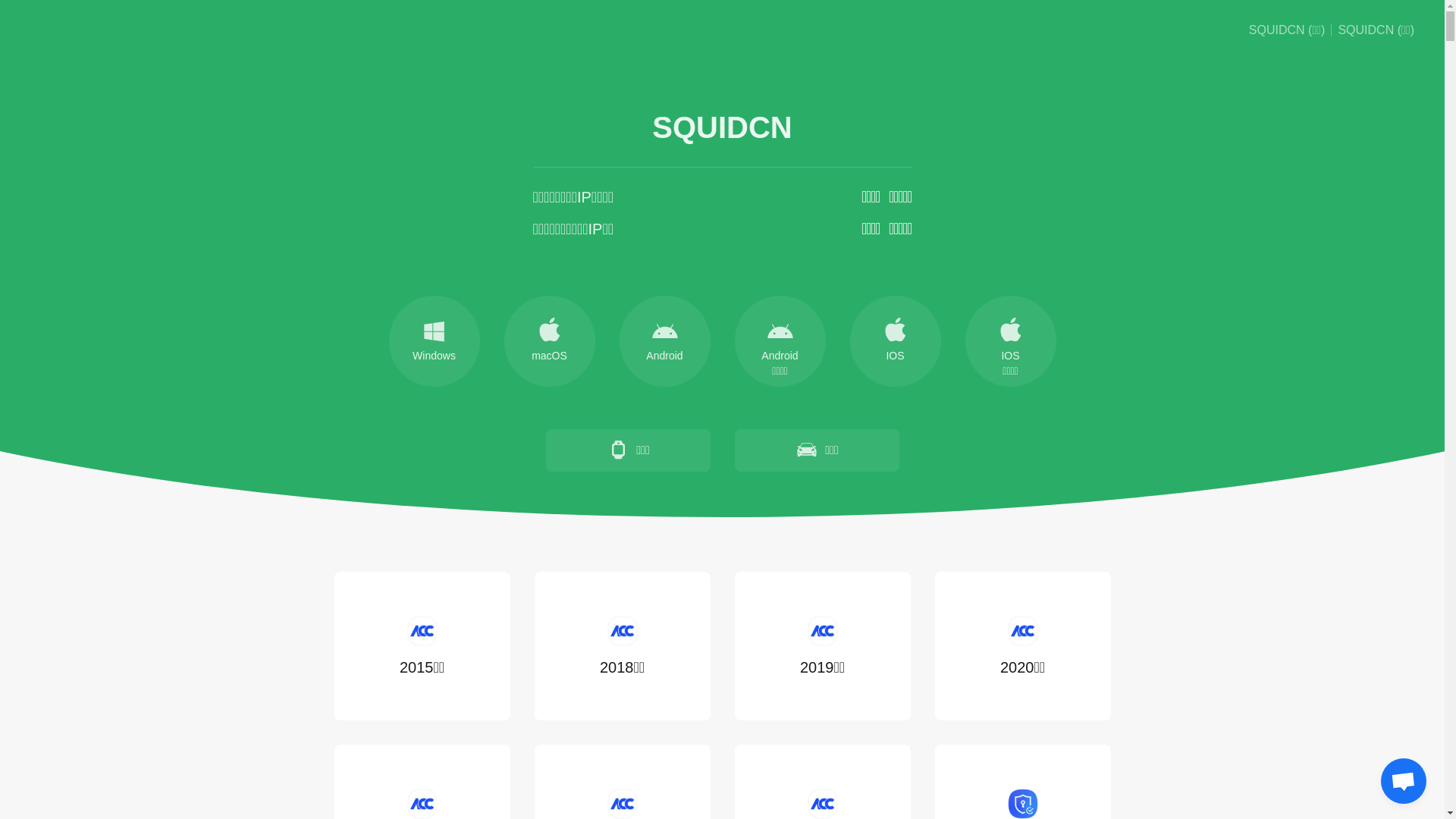 The height and width of the screenshot is (819, 1456). Describe the element at coordinates (503, 341) in the screenshot. I see `'macOS'` at that location.